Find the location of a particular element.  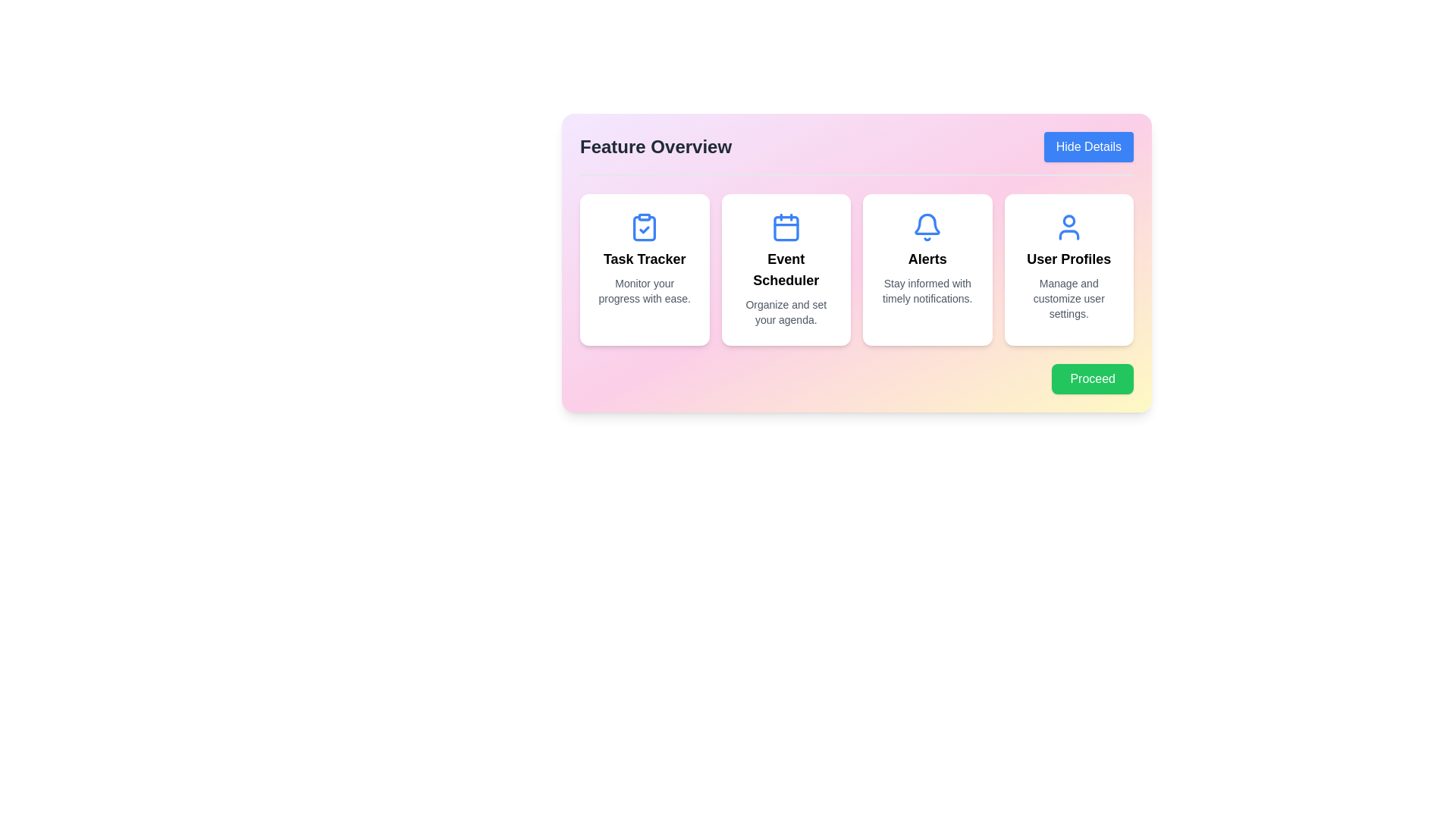

the individual feature section in the grid layout located near the center of the overall layout, below the 'Feature Overview' header and above the green 'Proceed' button is located at coordinates (856, 268).